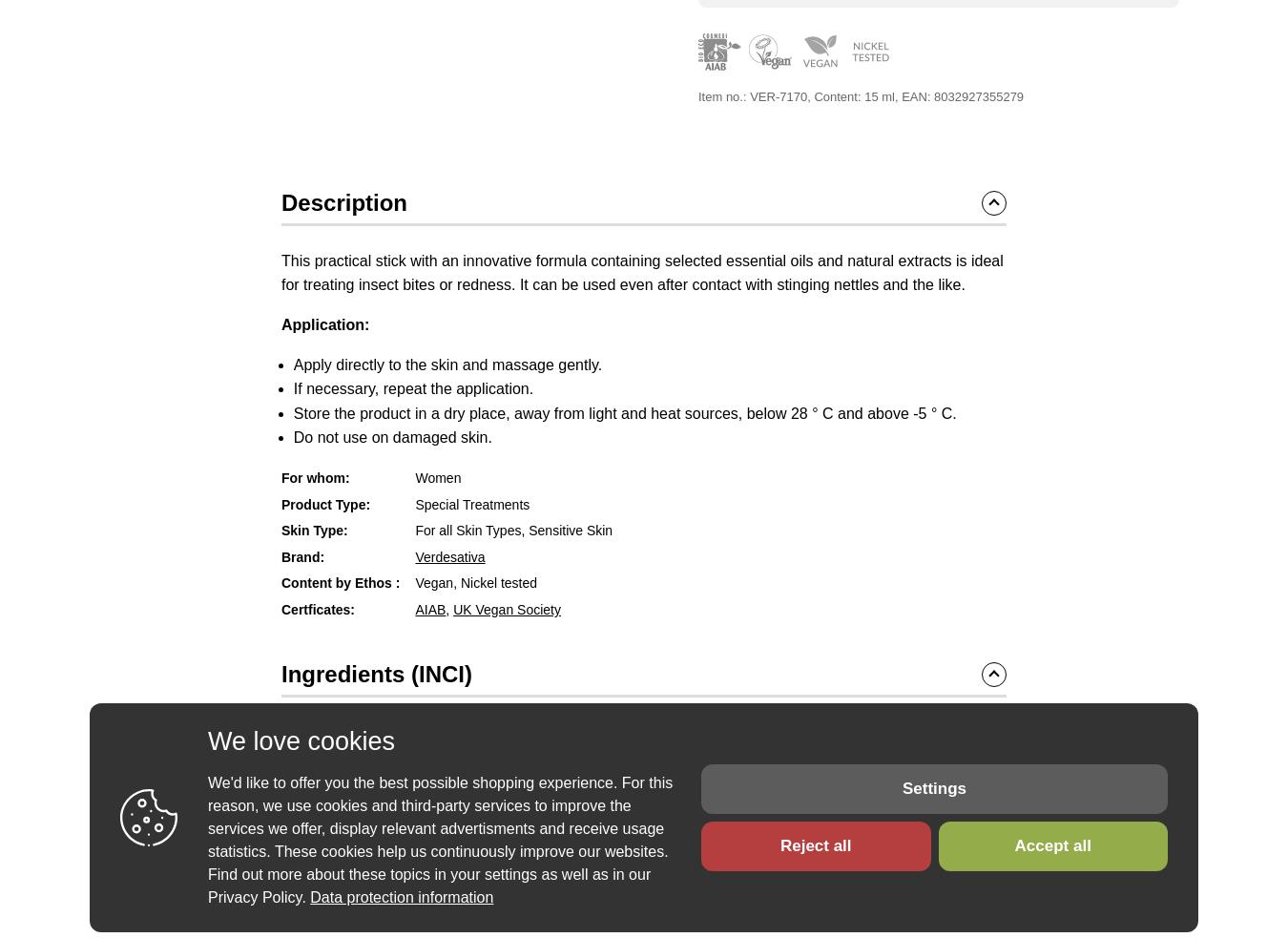  Describe the element at coordinates (291, 436) in the screenshot. I see `'Do not use on damaged skin.'` at that location.